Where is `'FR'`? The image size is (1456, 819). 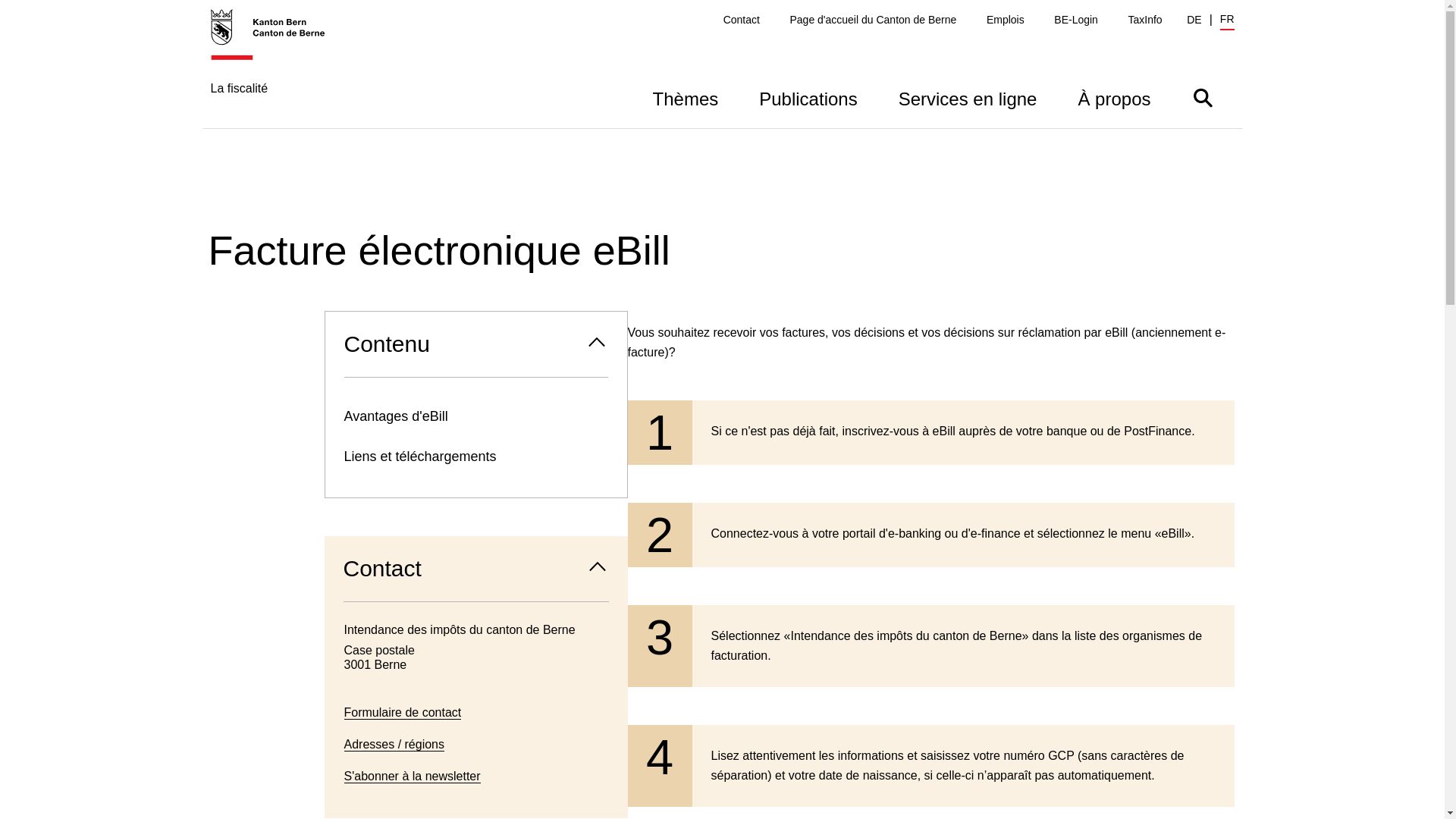 'FR' is located at coordinates (1227, 20).